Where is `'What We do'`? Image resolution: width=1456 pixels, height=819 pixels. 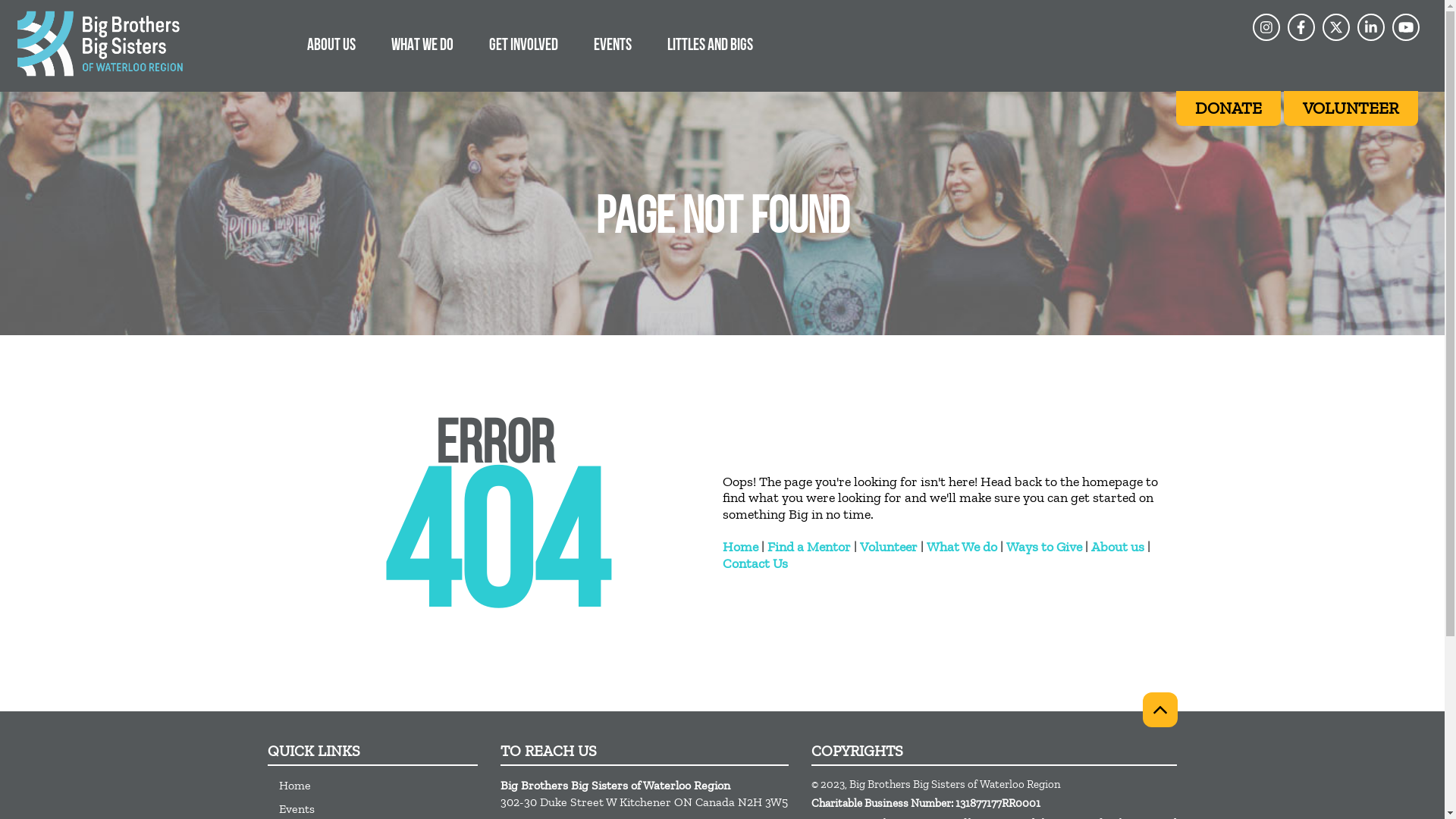 'What We do' is located at coordinates (961, 547).